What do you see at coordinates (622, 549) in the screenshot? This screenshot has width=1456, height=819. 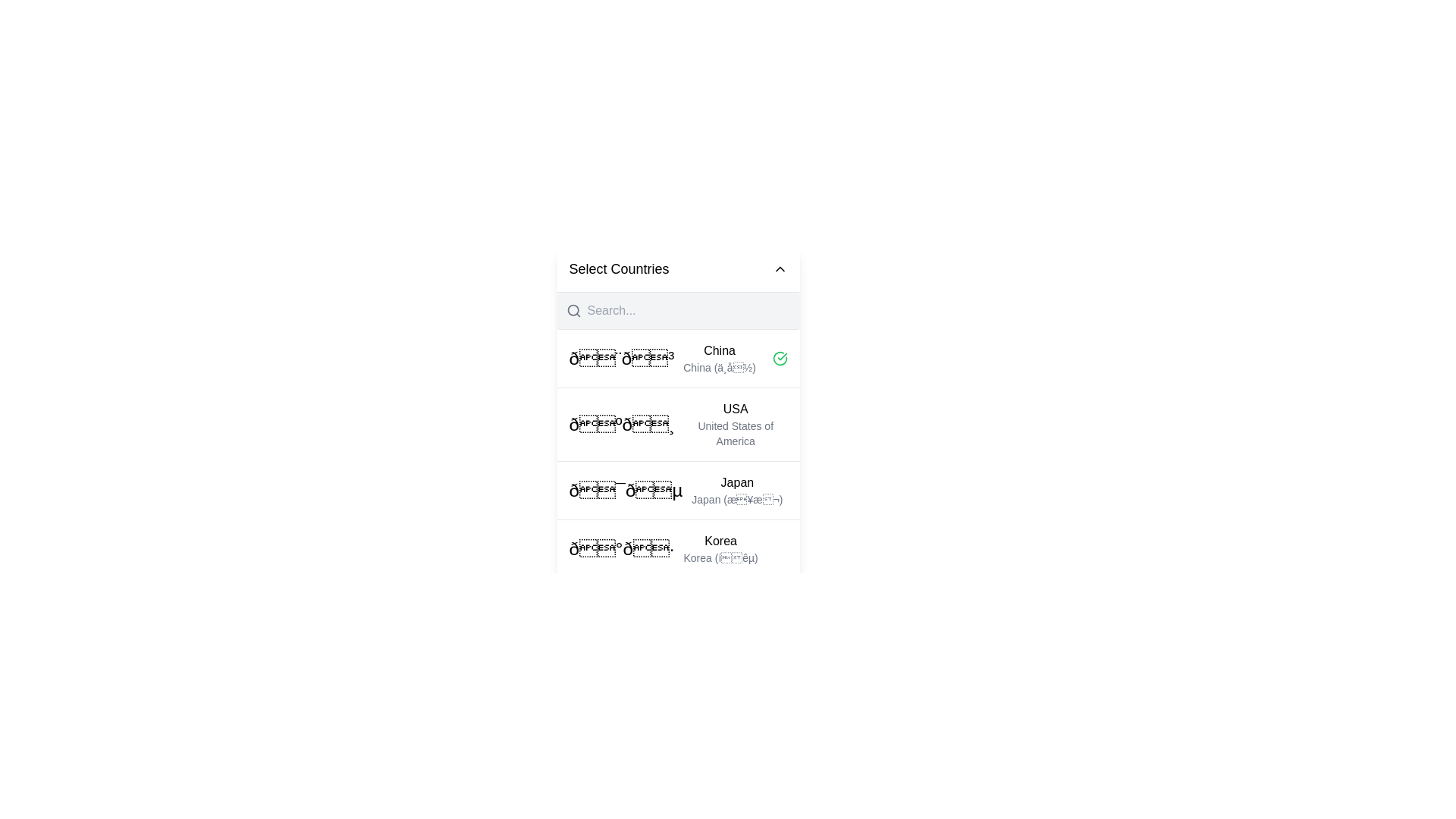 I see `the Decorative flag icon (emoji) that appears at the start of the fourth list item, next to the text information about Korea` at bounding box center [622, 549].